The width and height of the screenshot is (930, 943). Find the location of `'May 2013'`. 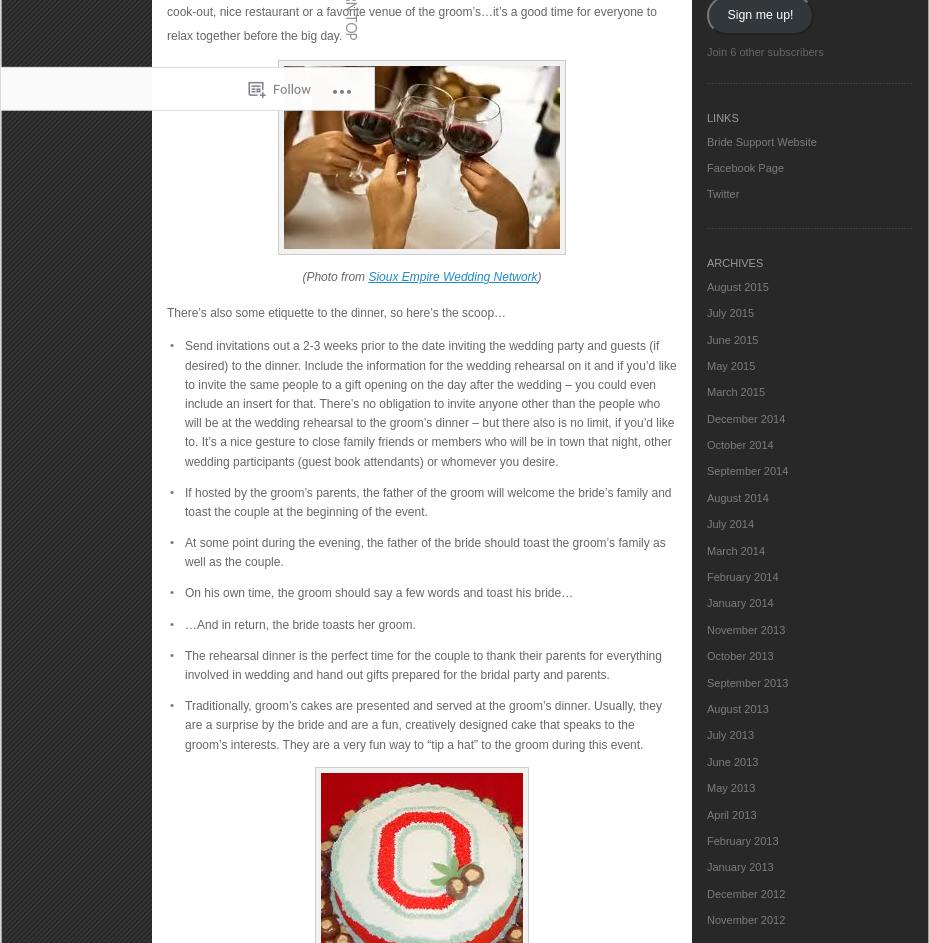

'May 2013' is located at coordinates (706, 786).